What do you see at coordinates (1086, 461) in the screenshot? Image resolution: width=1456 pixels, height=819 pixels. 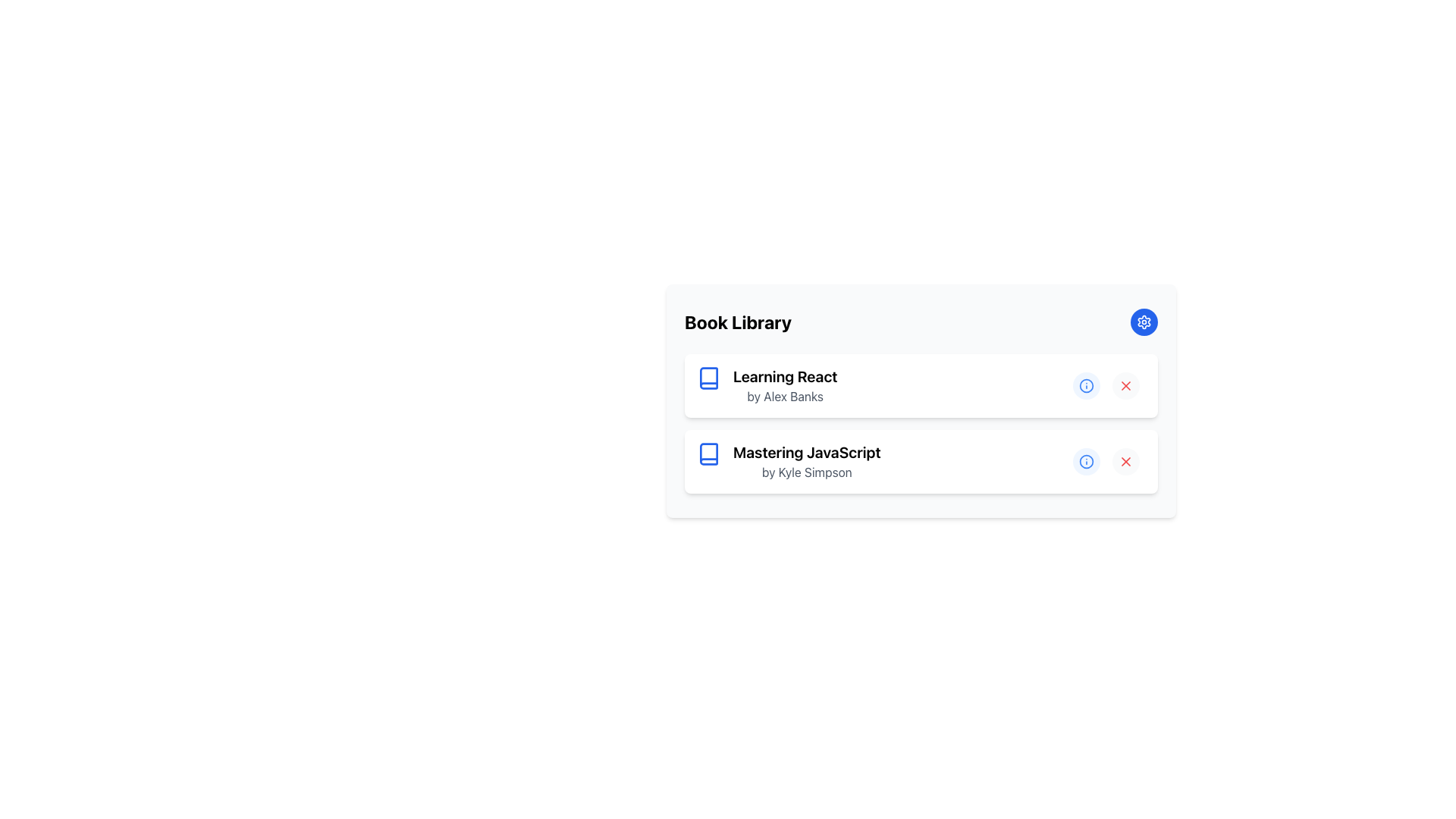 I see `the circular element with a blue outline that represents the 'info' icon located near the 'Learning React' entry` at bounding box center [1086, 461].